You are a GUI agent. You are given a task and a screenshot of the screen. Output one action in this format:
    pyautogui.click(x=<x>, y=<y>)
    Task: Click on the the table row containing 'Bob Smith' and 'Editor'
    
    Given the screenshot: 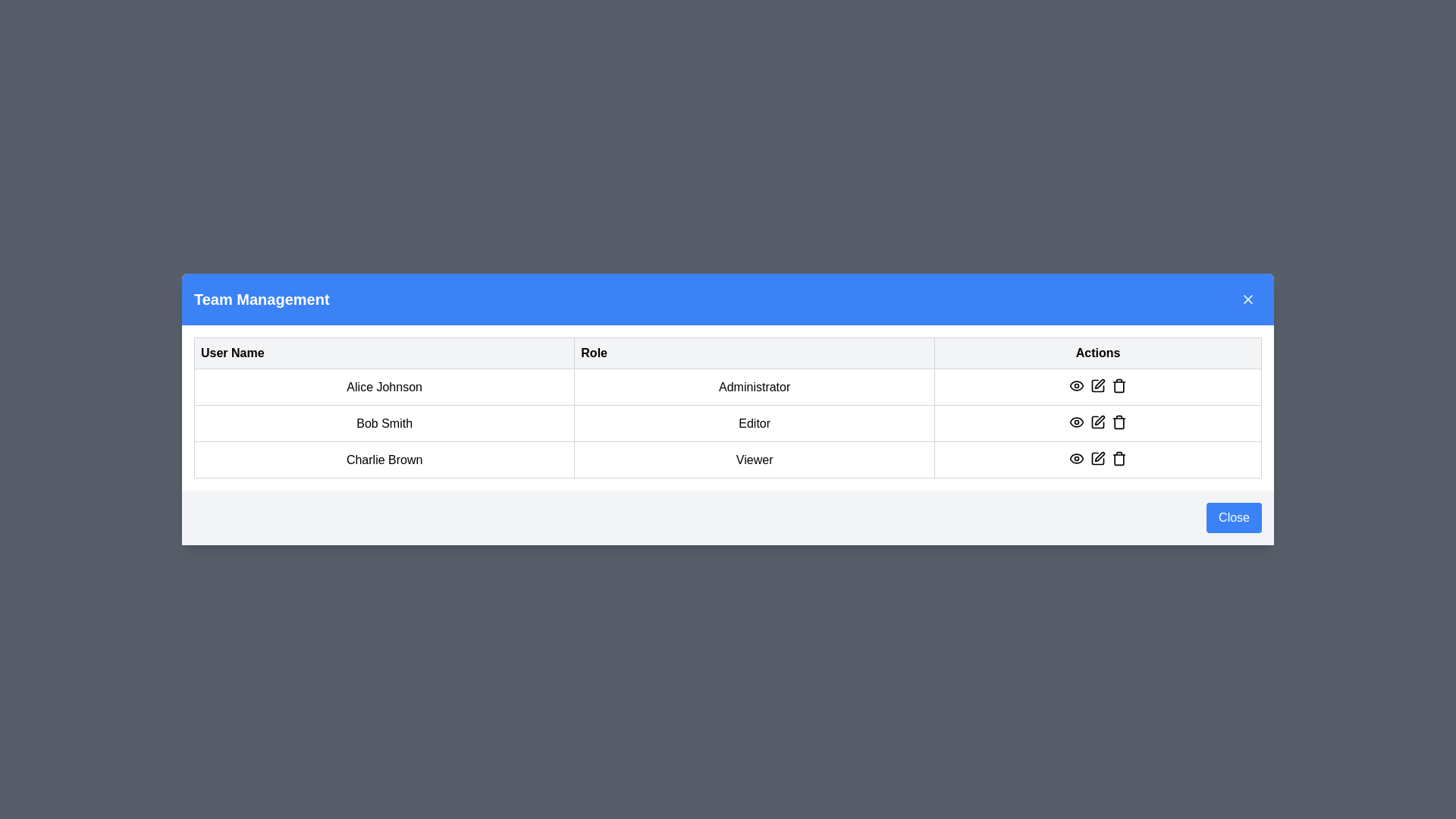 What is the action you would take?
    pyautogui.click(x=728, y=423)
    